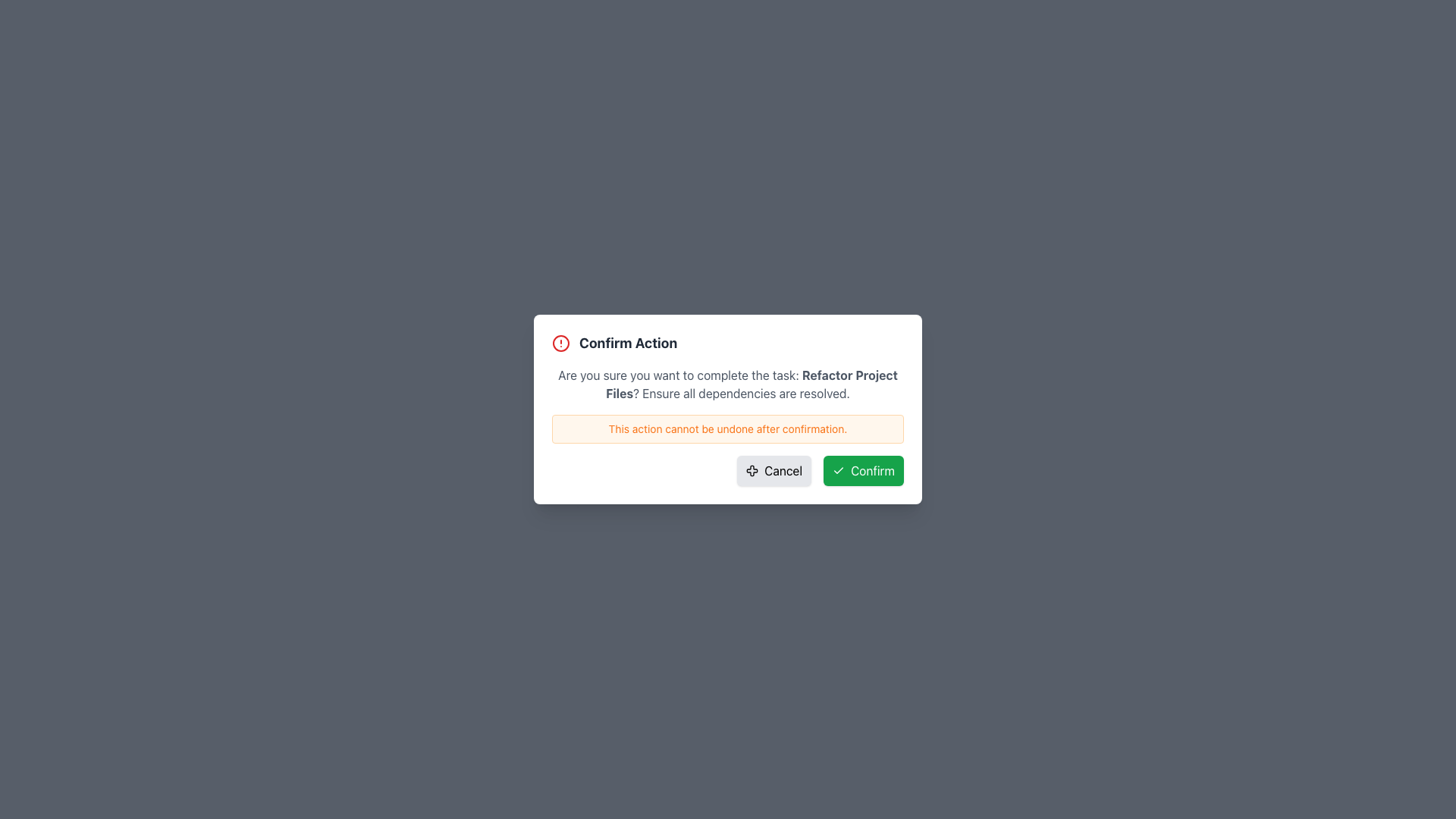  What do you see at coordinates (752, 470) in the screenshot?
I see `the cancel icon, which is a compact SVG cross icon styled with a rounded design, located on the left side of the 'Cancel' button in a horizontally centered modal window` at bounding box center [752, 470].